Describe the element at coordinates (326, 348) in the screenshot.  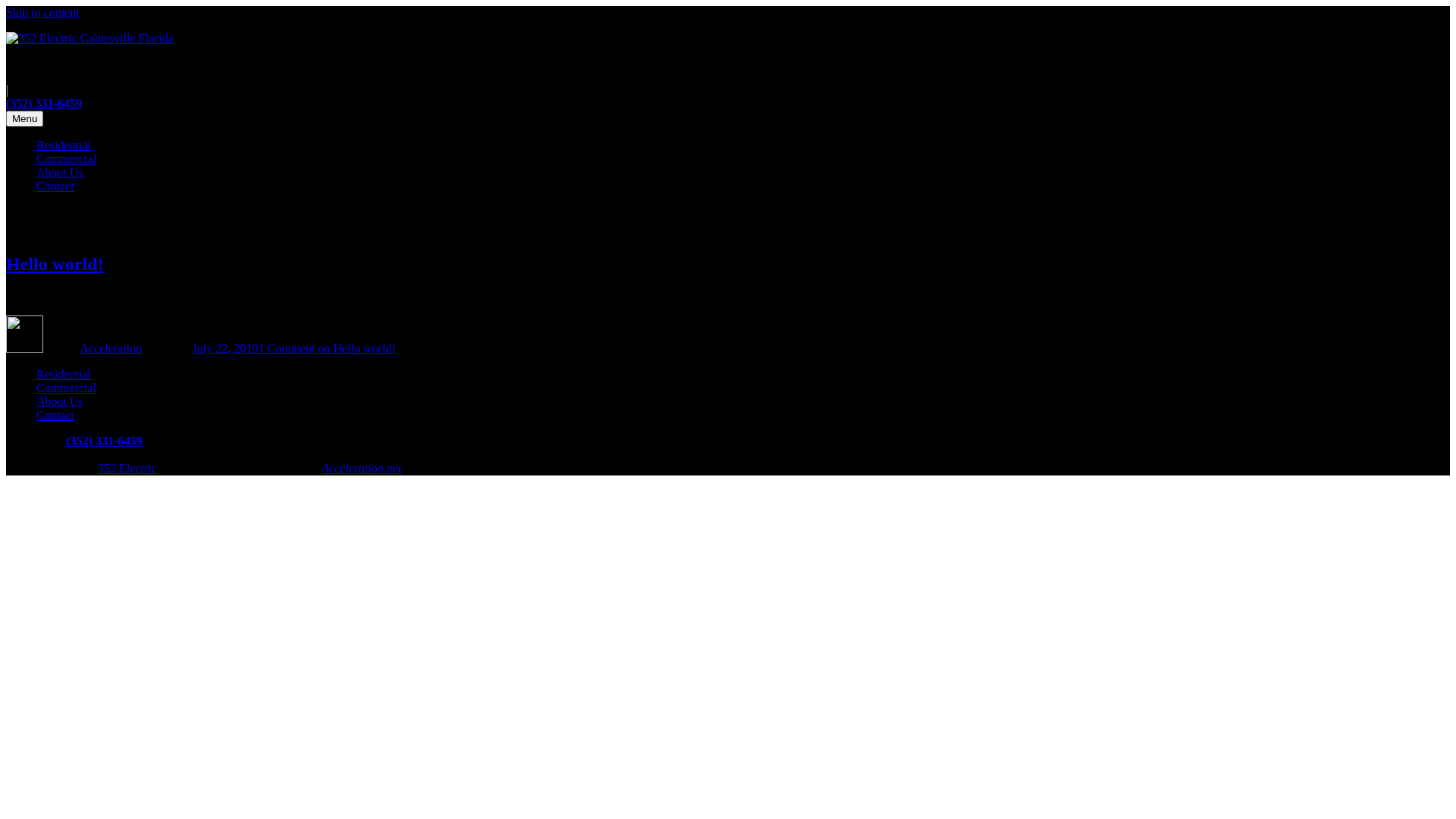
I see `'1 Comment on Hello world!'` at that location.